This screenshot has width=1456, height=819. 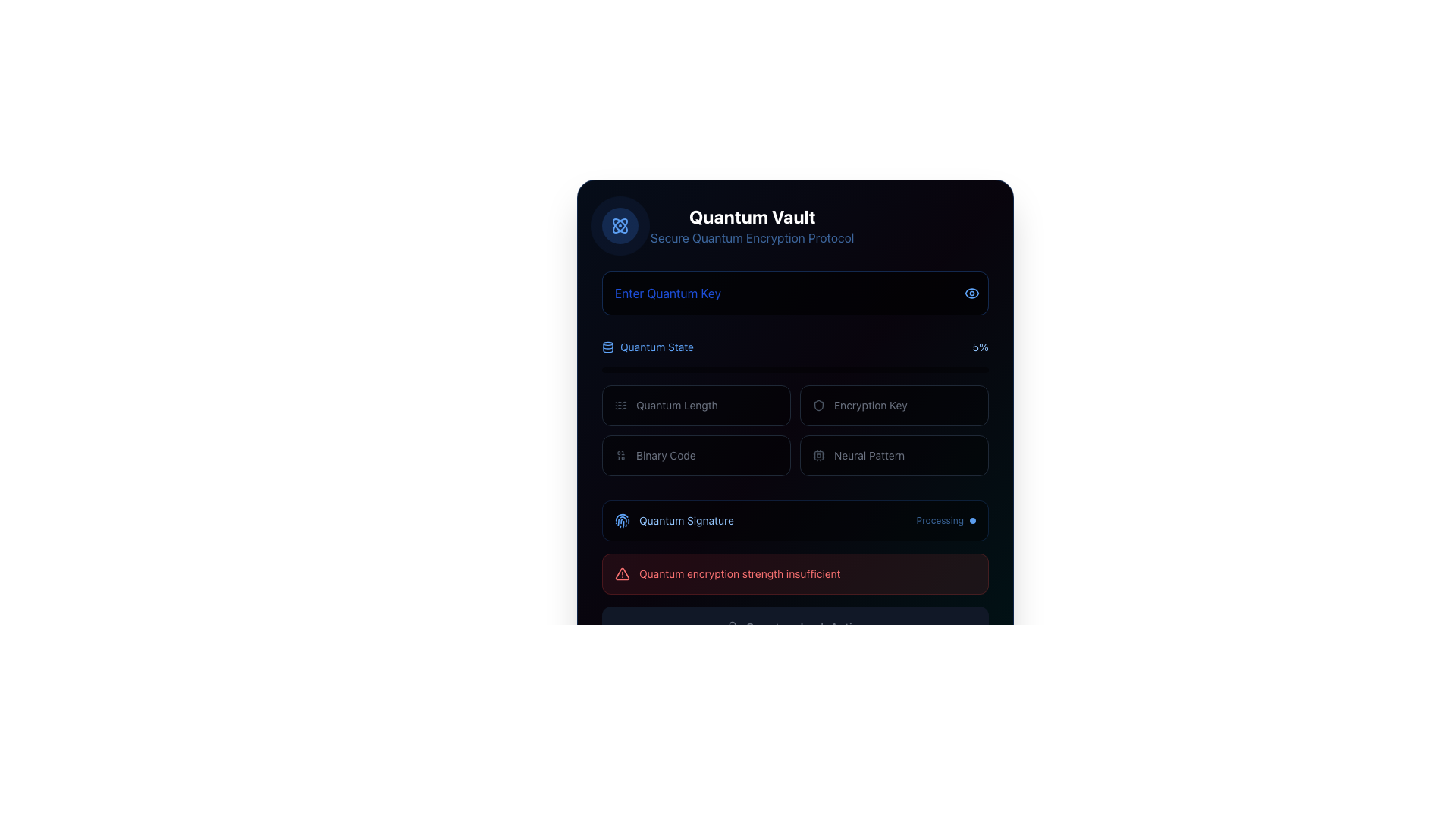 What do you see at coordinates (971, 293) in the screenshot?
I see `the SVG Shape that is part of the Eye Icon used for toggling visibility, located to the right of the 'Enter Quantum Key' input field` at bounding box center [971, 293].